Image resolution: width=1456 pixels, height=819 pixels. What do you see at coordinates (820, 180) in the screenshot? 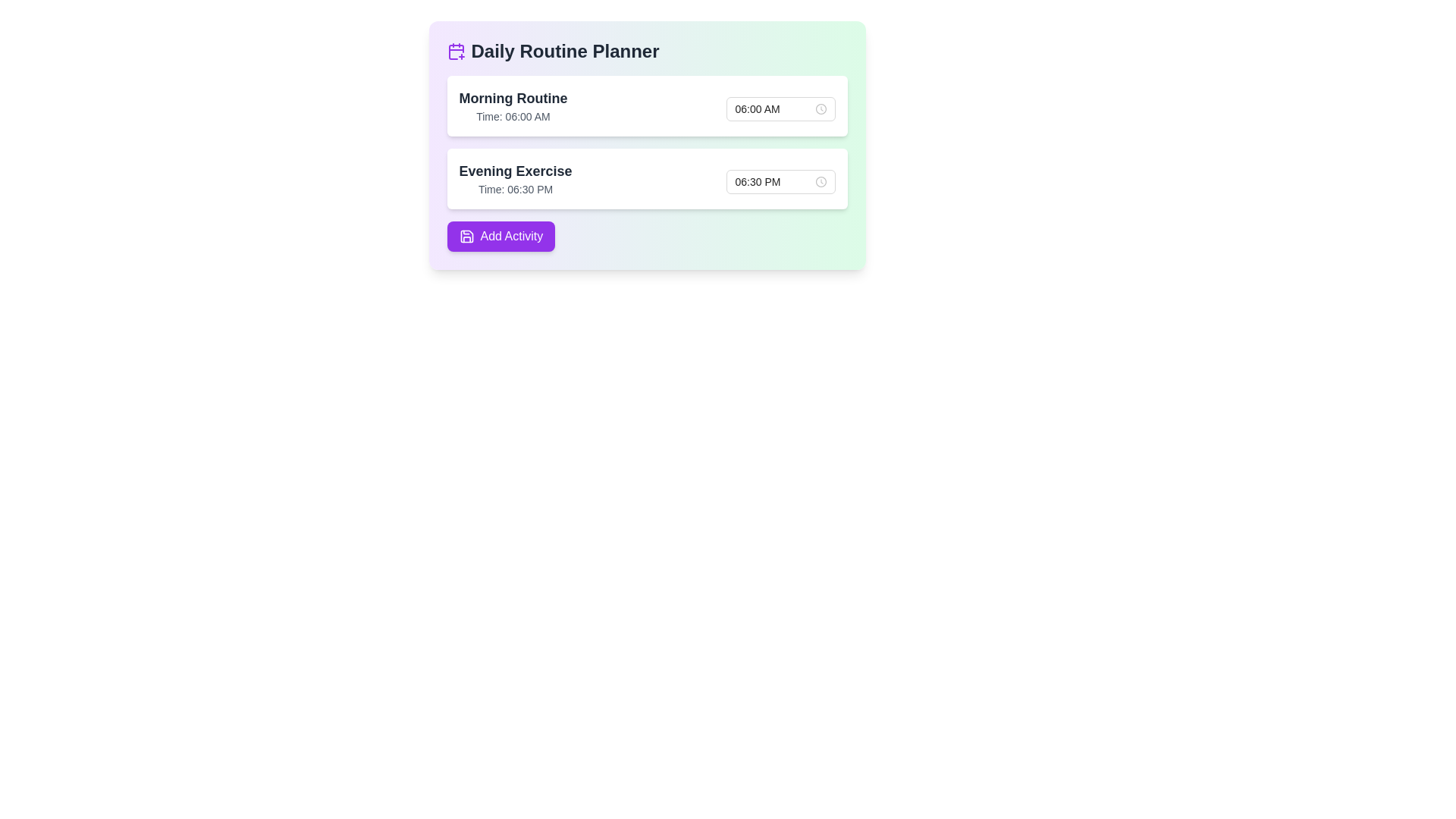
I see `the clock icon indicating the time selection feature adjacent to the '06:30 PM' entry for 'Evening Exercise'` at bounding box center [820, 180].